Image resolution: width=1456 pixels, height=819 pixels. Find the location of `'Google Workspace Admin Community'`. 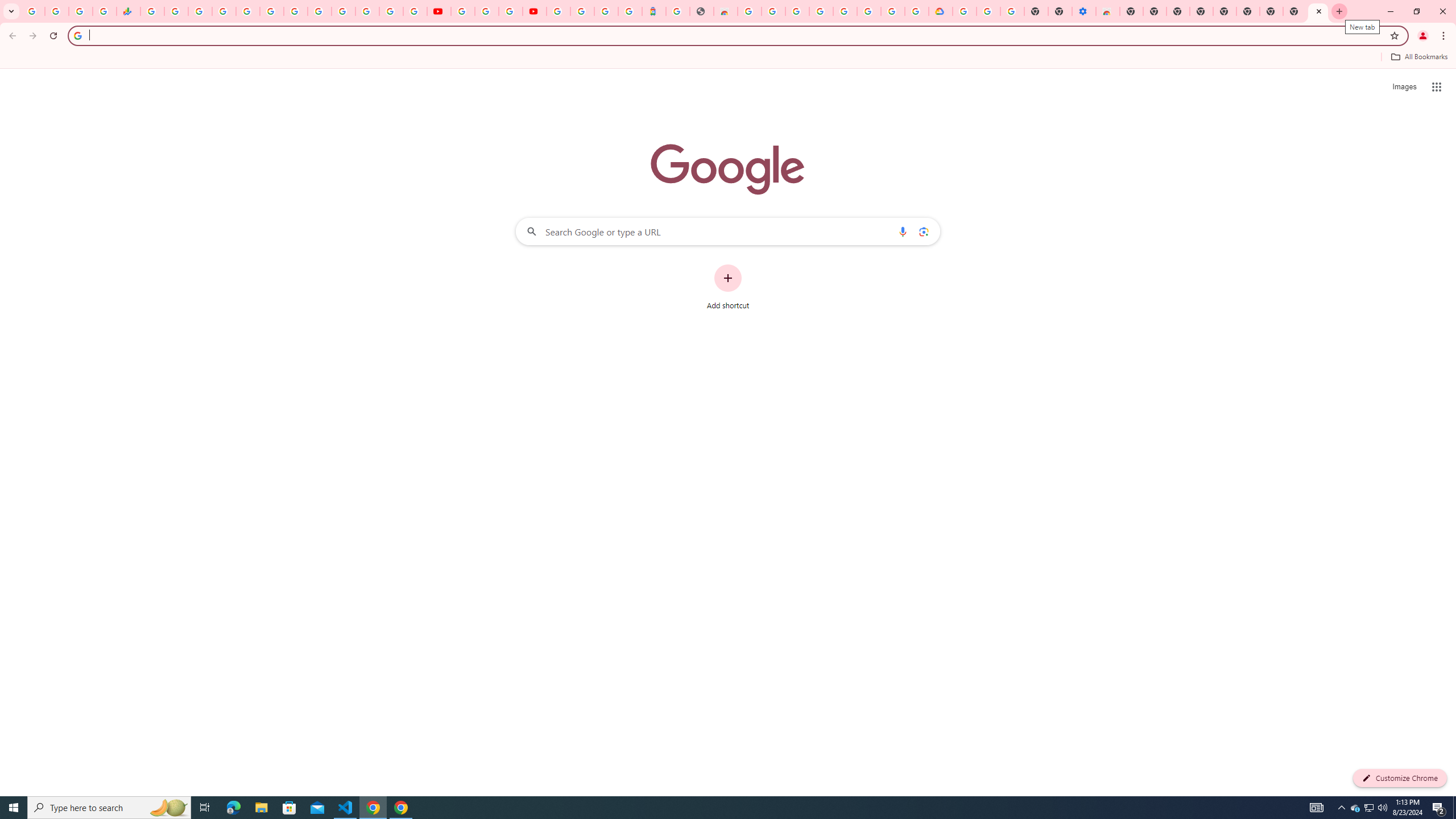

'Google Workspace Admin Community' is located at coordinates (32, 11).